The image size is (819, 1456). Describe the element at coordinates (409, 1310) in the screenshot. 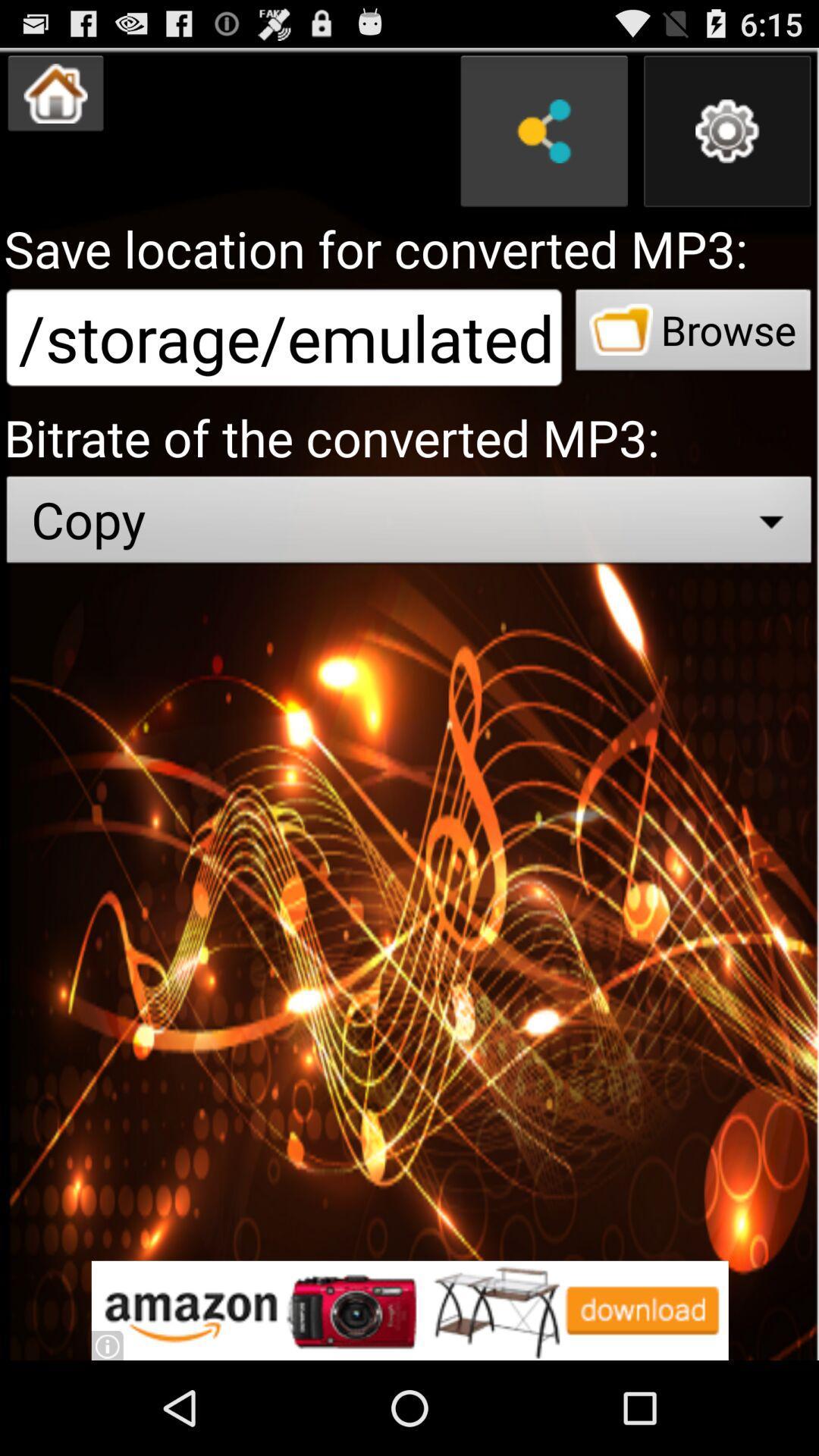

I see `advertisement` at that location.